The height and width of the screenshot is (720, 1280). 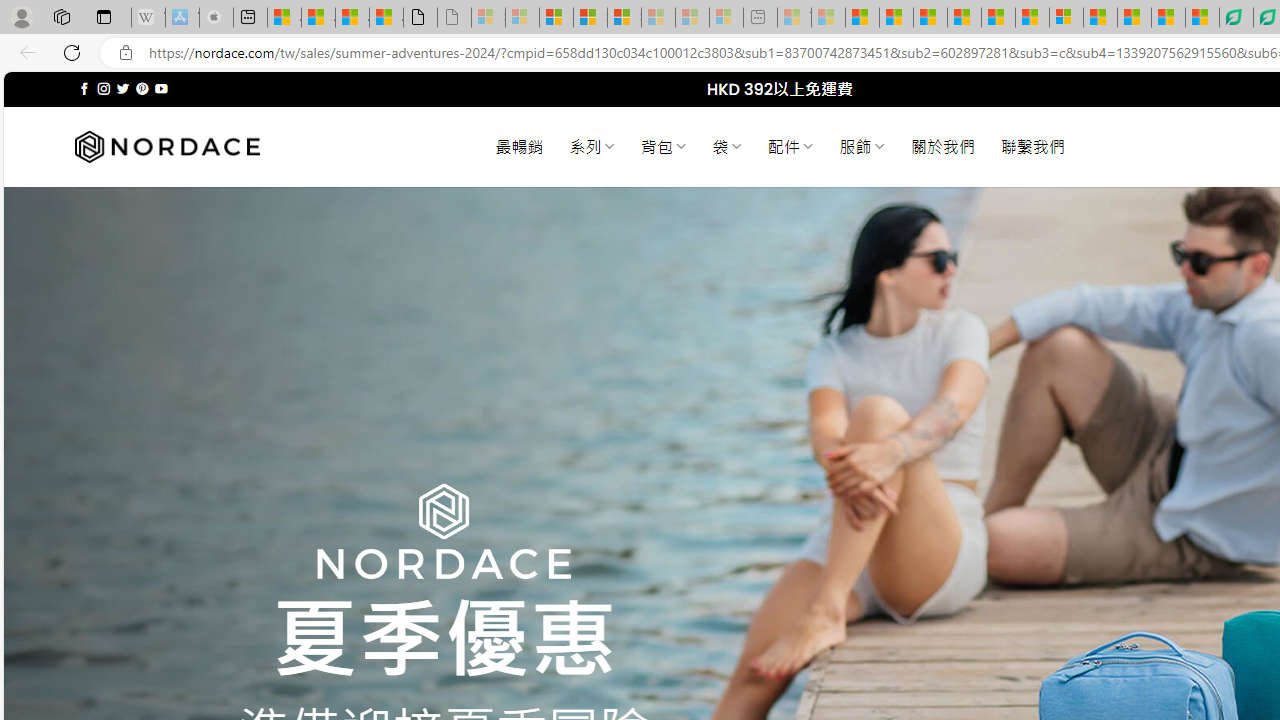 What do you see at coordinates (161, 88) in the screenshot?
I see `'Follow on YouTube'` at bounding box center [161, 88].